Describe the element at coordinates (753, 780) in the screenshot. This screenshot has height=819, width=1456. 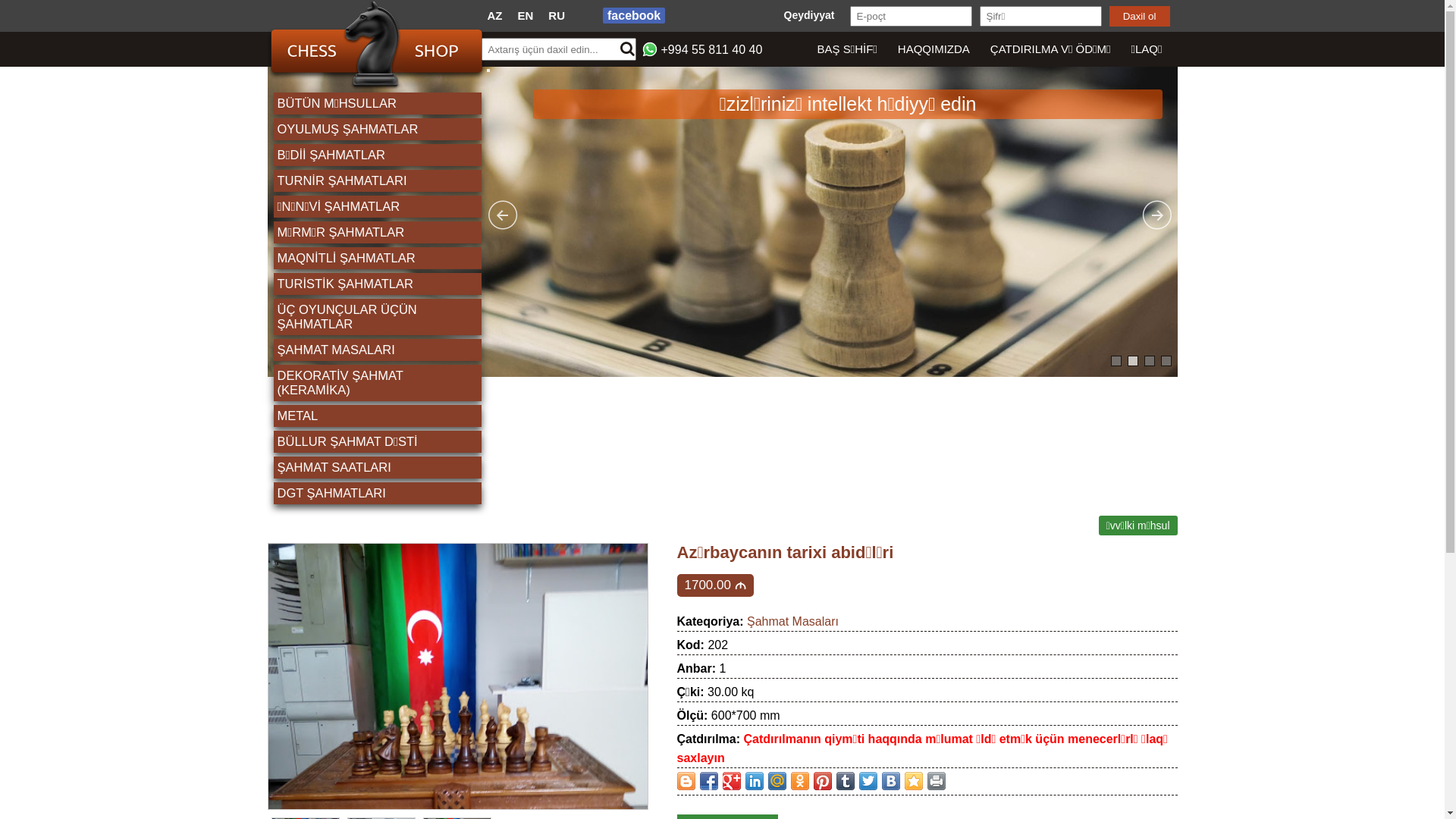
I see `'Share on Linkedin'` at that location.